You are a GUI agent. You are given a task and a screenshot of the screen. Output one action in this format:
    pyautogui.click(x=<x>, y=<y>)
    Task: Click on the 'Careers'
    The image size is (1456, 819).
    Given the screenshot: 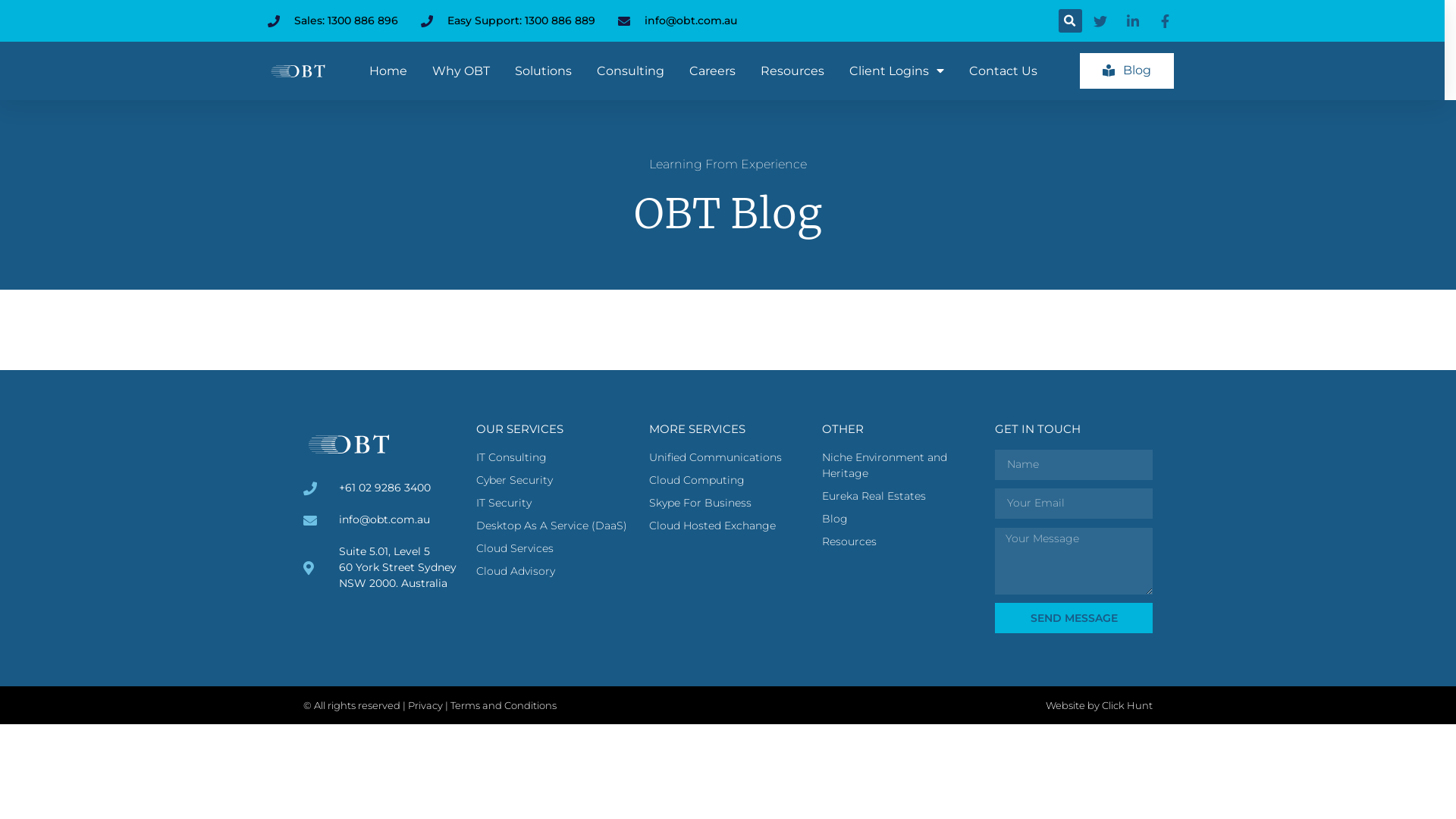 What is the action you would take?
    pyautogui.click(x=711, y=70)
    